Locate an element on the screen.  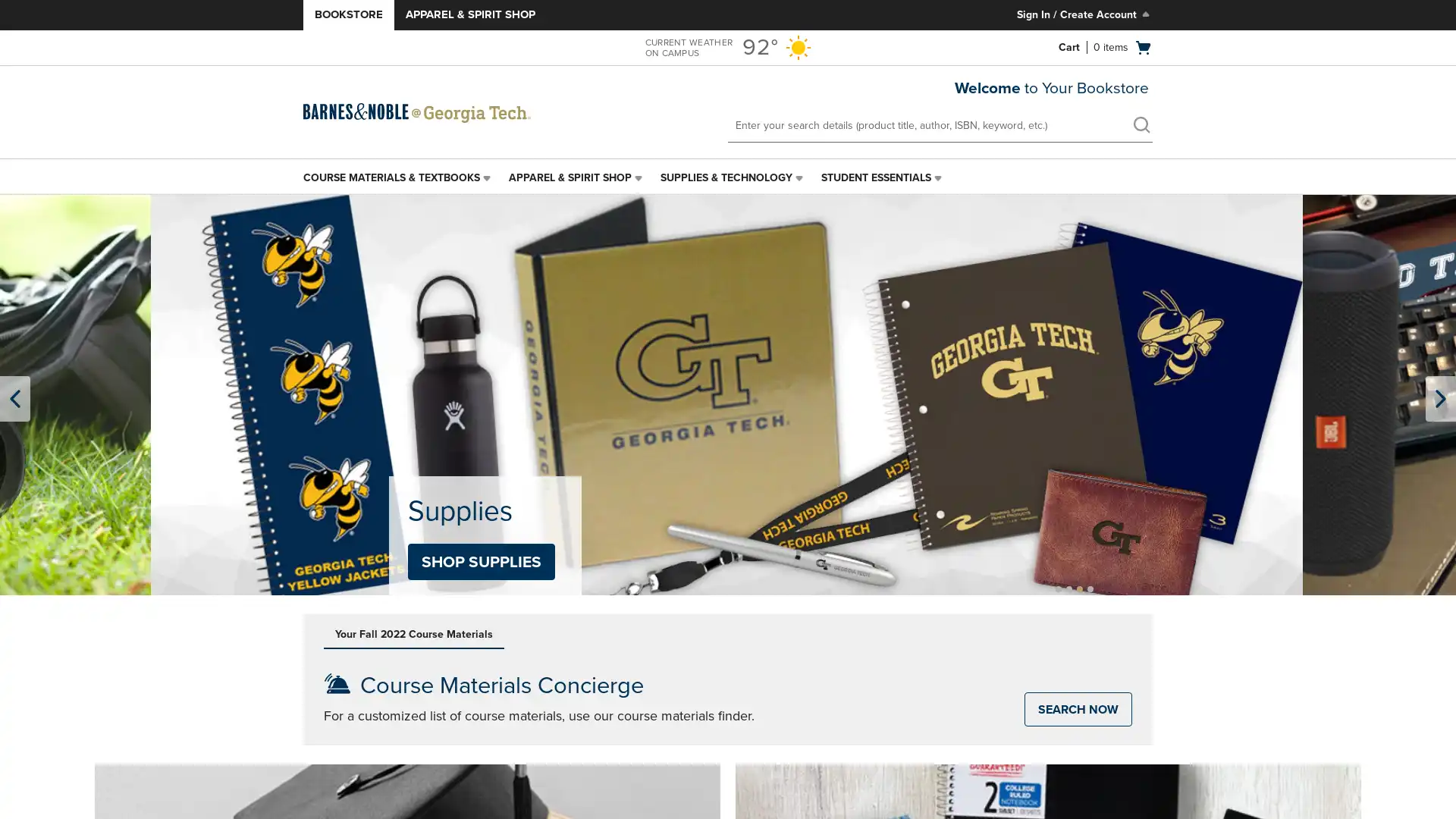
Unselected, Slide 4 is located at coordinates (1090, 588).